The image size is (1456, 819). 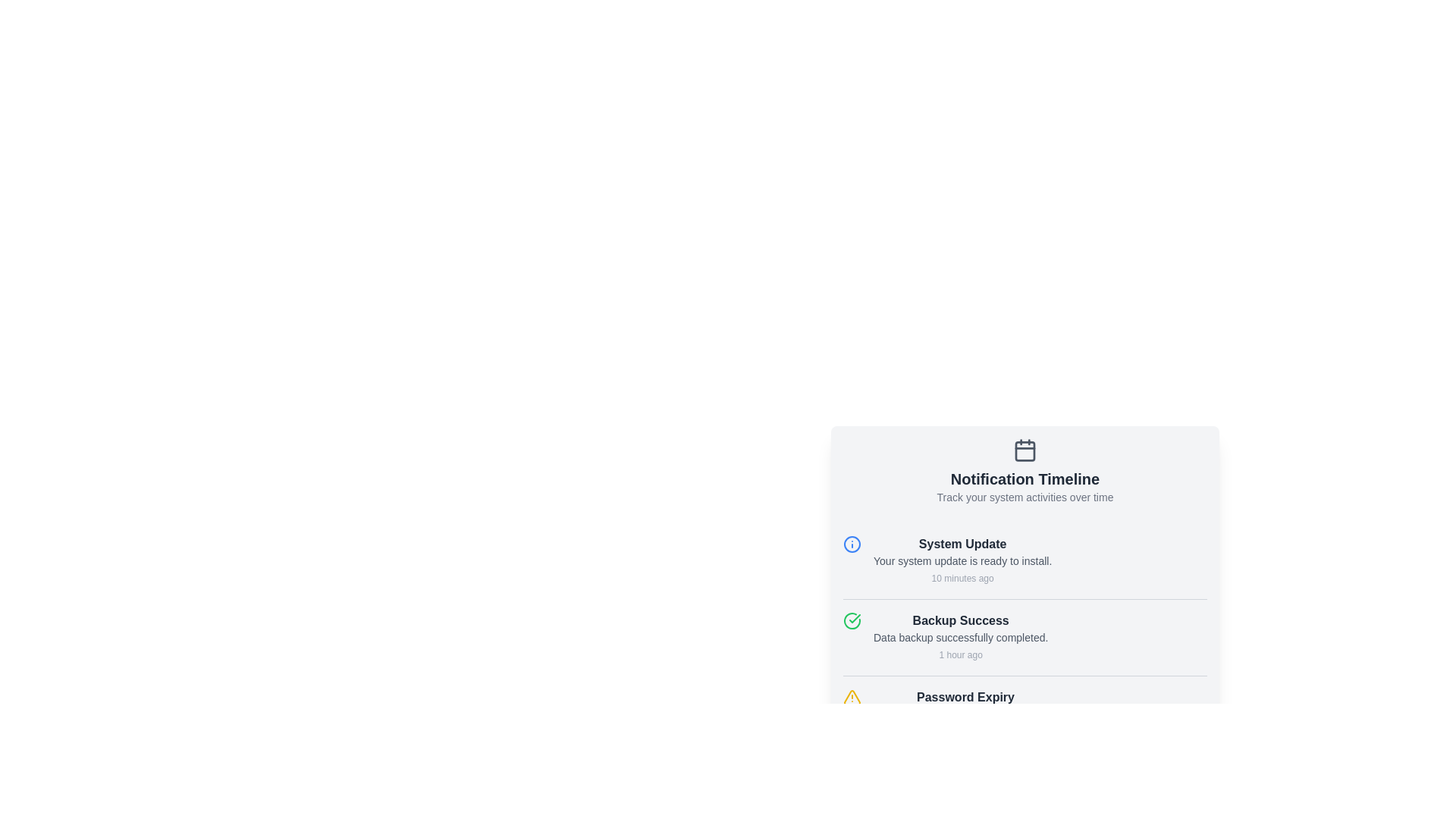 What do you see at coordinates (962, 579) in the screenshot?
I see `the static text label that indicates the elapsed time since the 'System Update' notification was generated, positioned below 'Your system update is ready to install.'` at bounding box center [962, 579].